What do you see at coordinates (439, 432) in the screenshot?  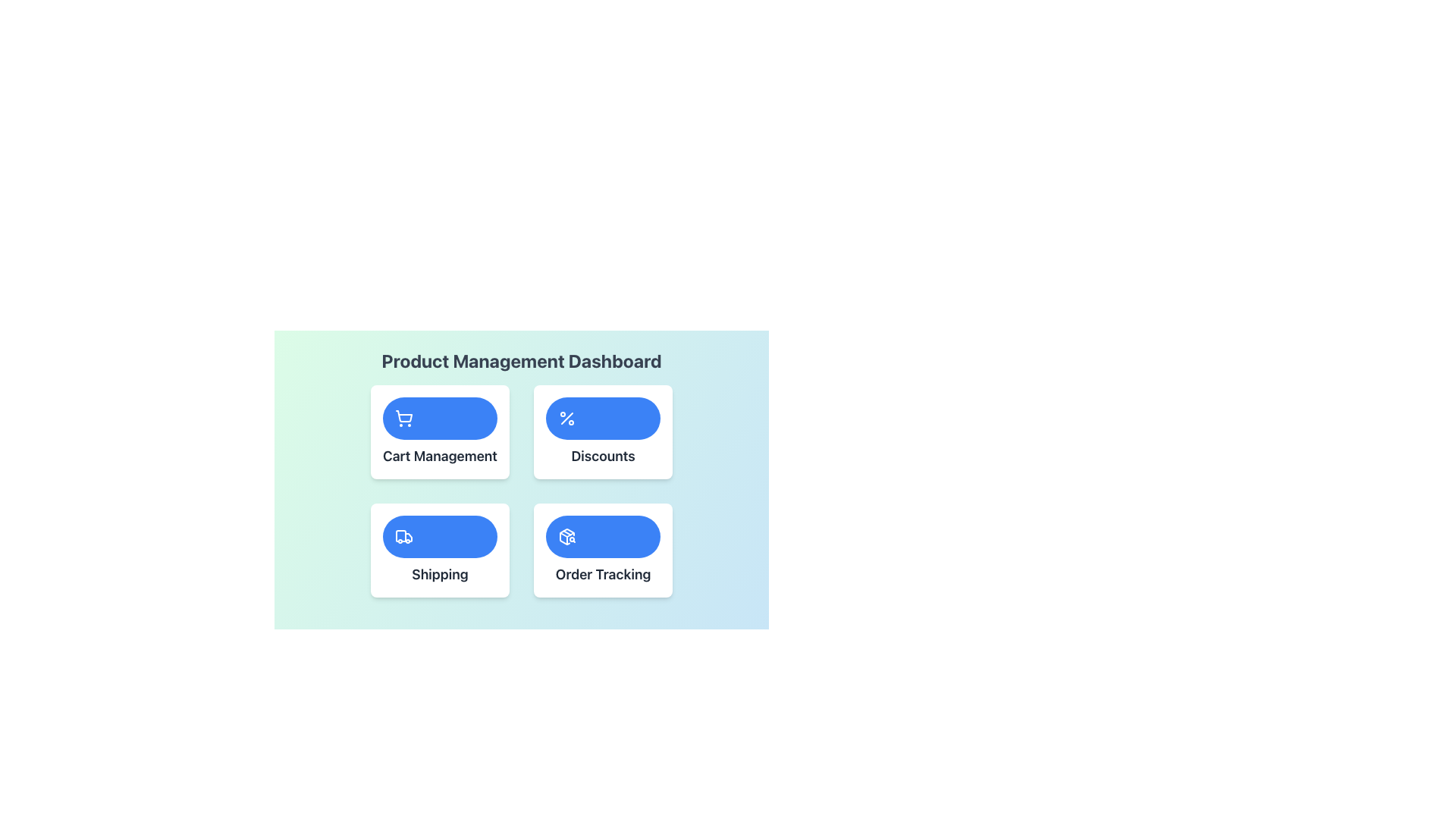 I see `the clickable card element labeled 'Cart Management' which is styled in white with a blue circular shopping cart icon located in the top-left section of the Product Management Dashboard` at bounding box center [439, 432].